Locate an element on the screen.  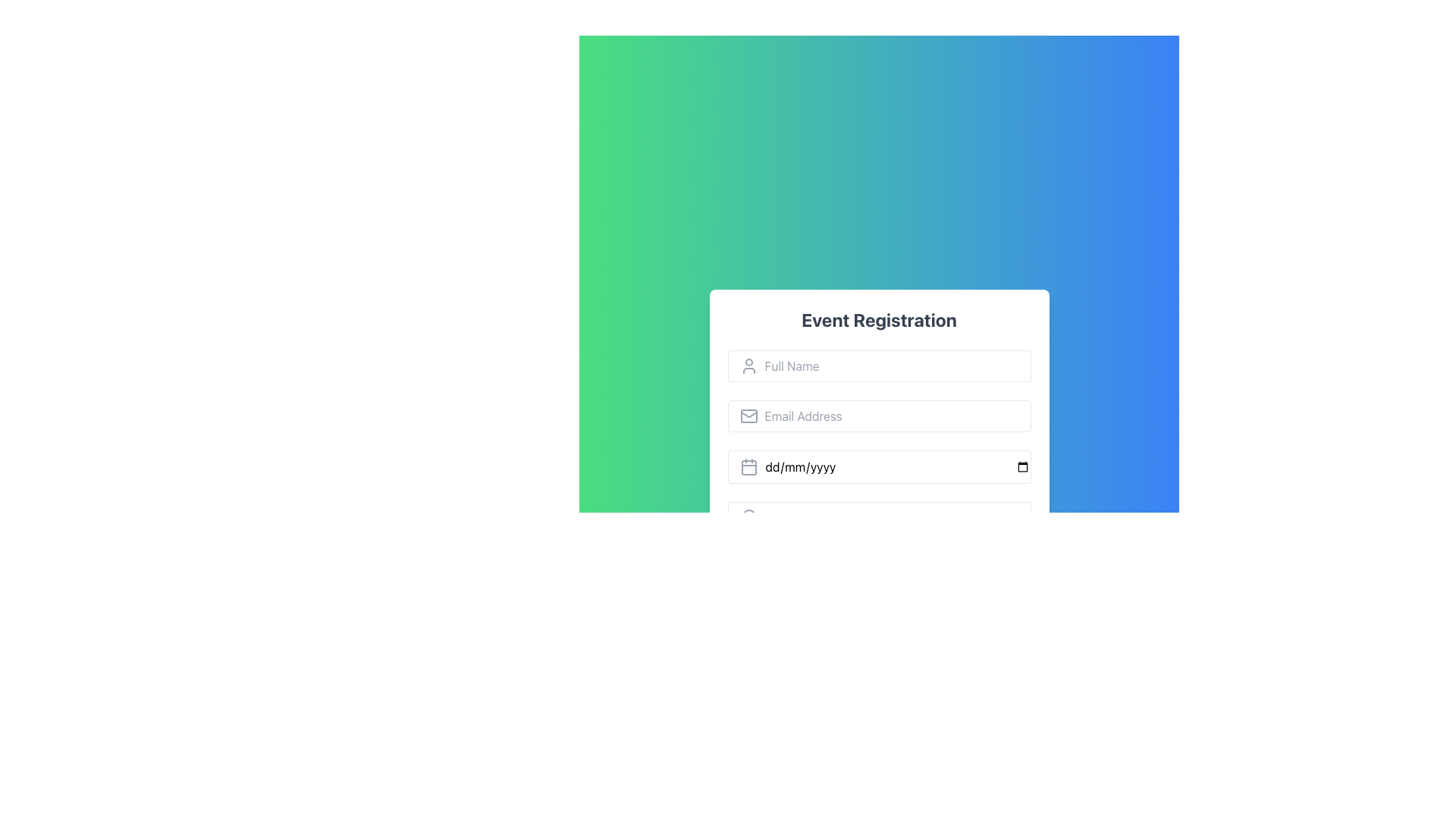
the user silhouette icon located to the left of the 'Full Name' input field in the form is located at coordinates (748, 366).